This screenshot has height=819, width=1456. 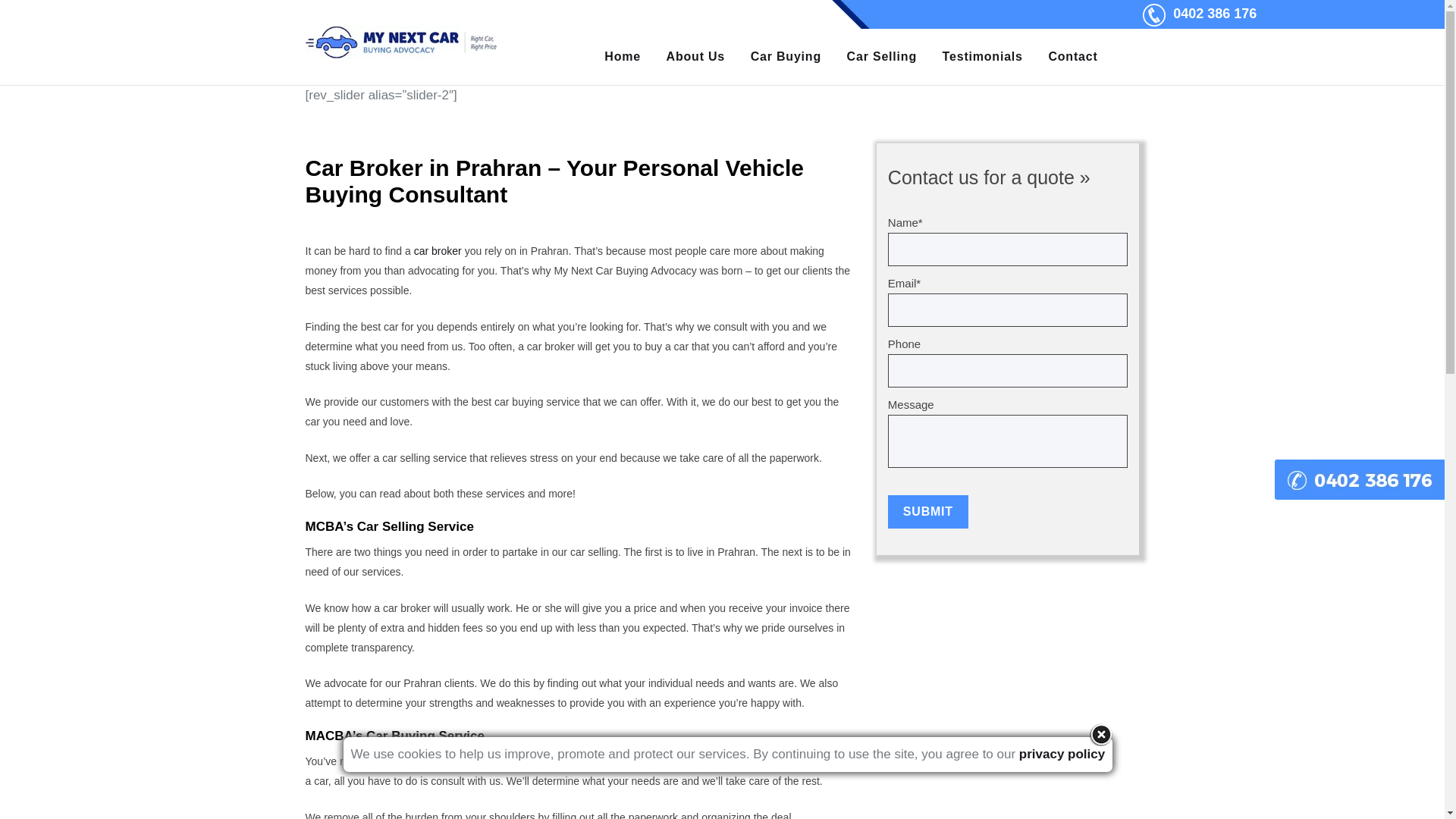 I want to click on 'Contact', so click(x=1072, y=55).